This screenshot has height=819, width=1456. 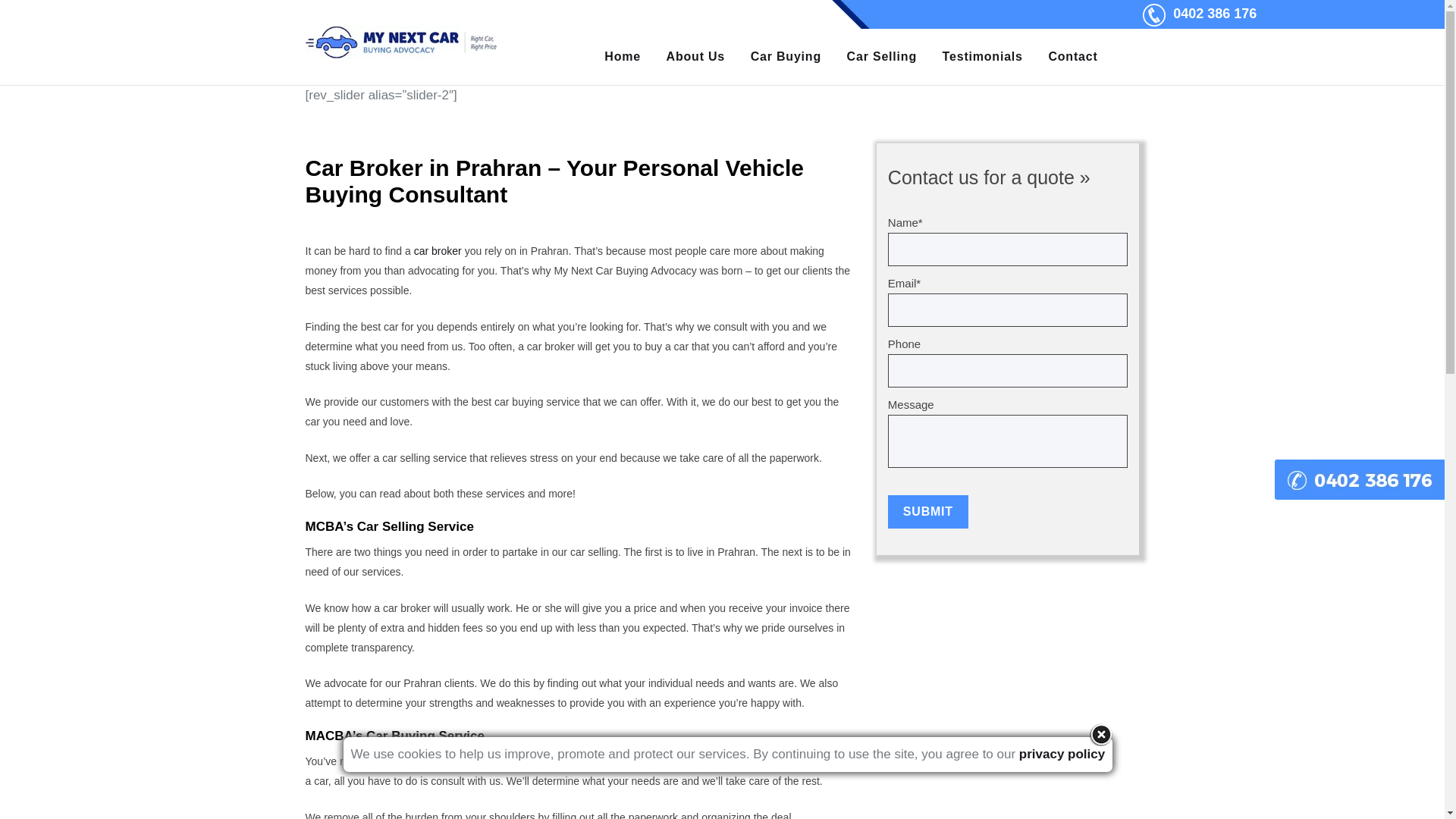 I want to click on 'Contact', so click(x=1072, y=55).